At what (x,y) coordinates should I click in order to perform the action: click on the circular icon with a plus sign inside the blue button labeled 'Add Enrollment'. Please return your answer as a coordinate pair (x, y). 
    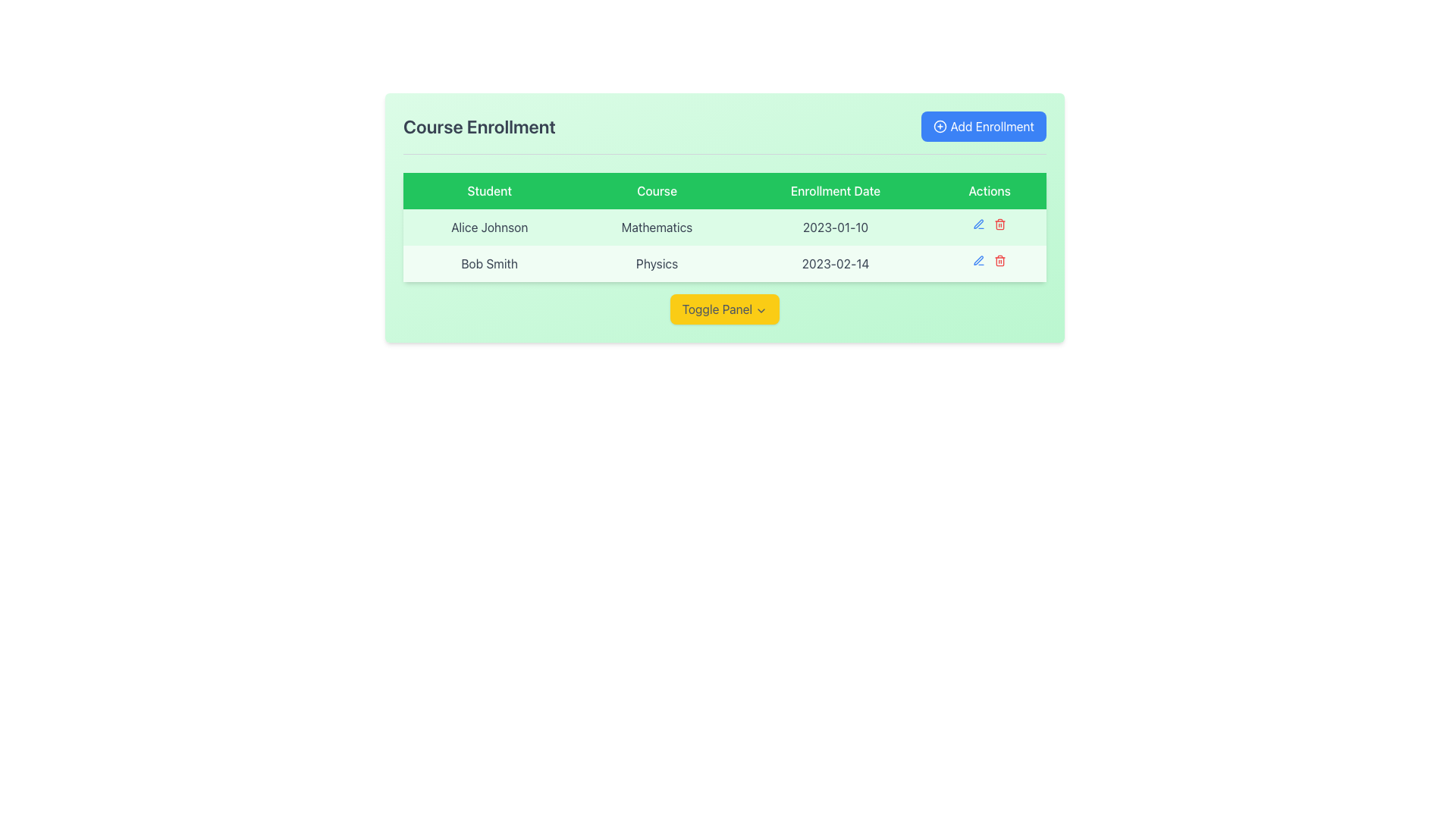
    Looking at the image, I should click on (940, 125).